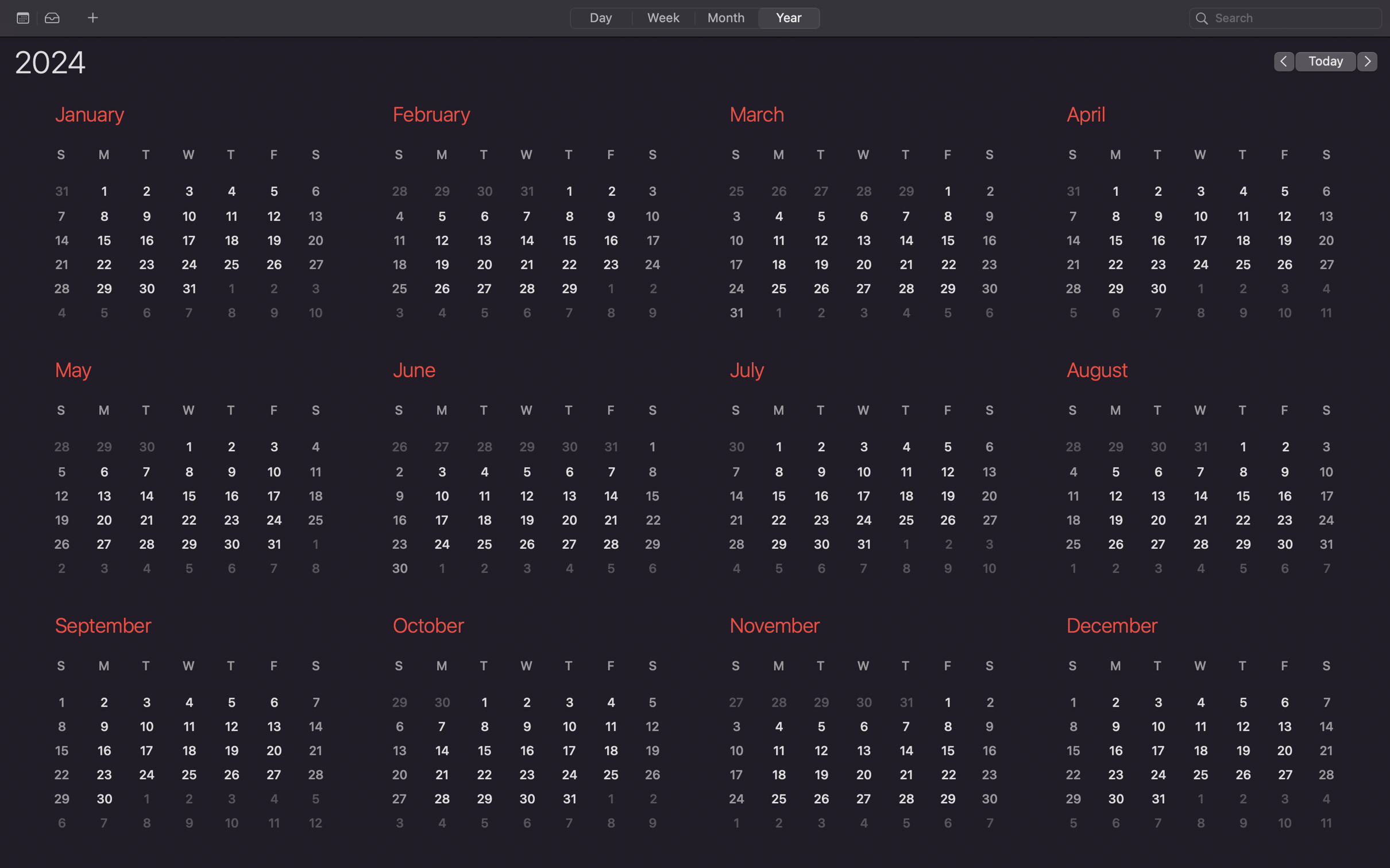 The height and width of the screenshot is (868, 1390). Describe the element at coordinates (856, 221) in the screenshot. I see `the March section of the calendar to view it in detail` at that location.